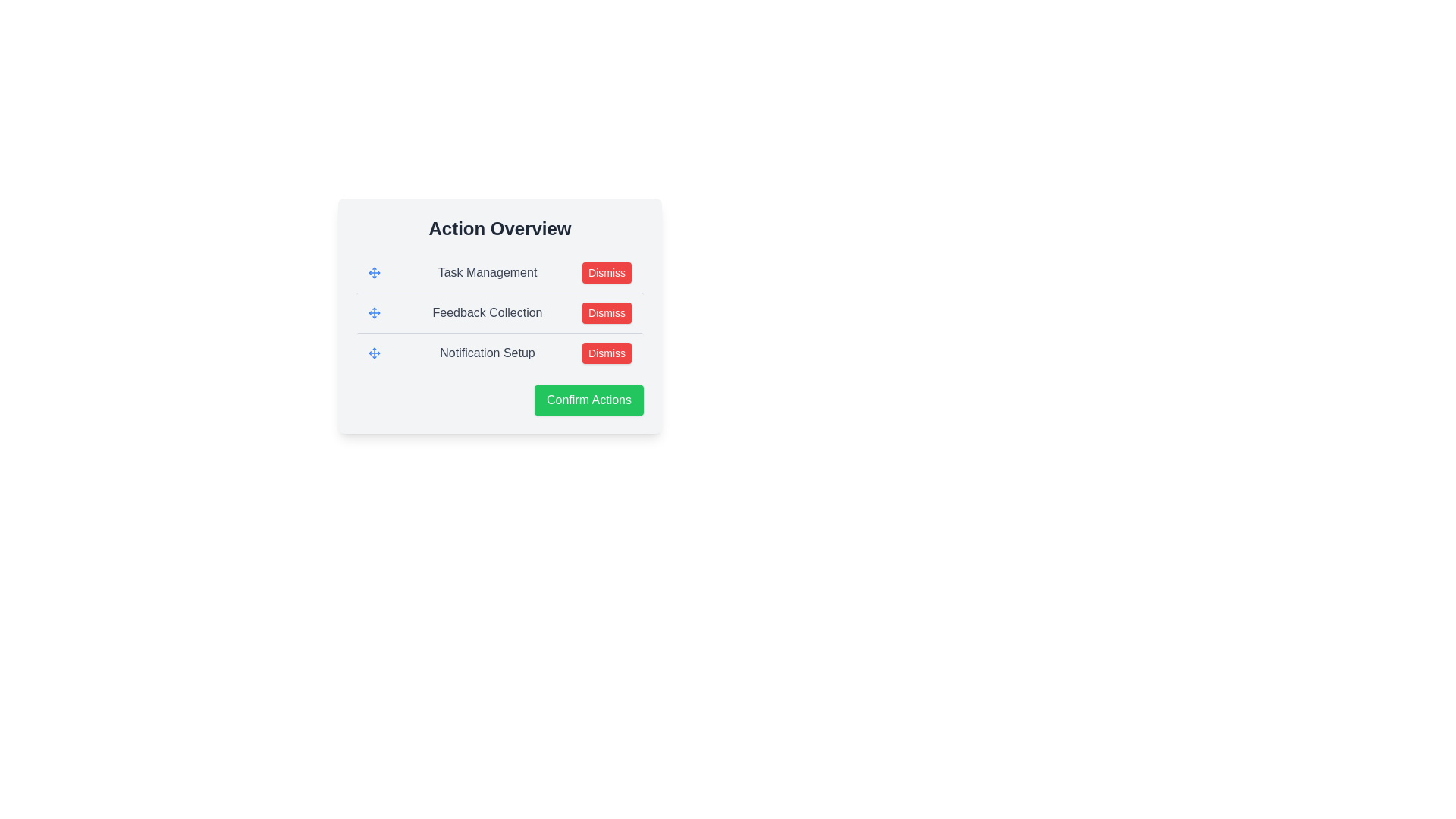  What do you see at coordinates (607, 312) in the screenshot?
I see `the dismiss button located in the third row of the "Action Overview" panel, aligned to the right of the "Feedback Collection" label` at bounding box center [607, 312].